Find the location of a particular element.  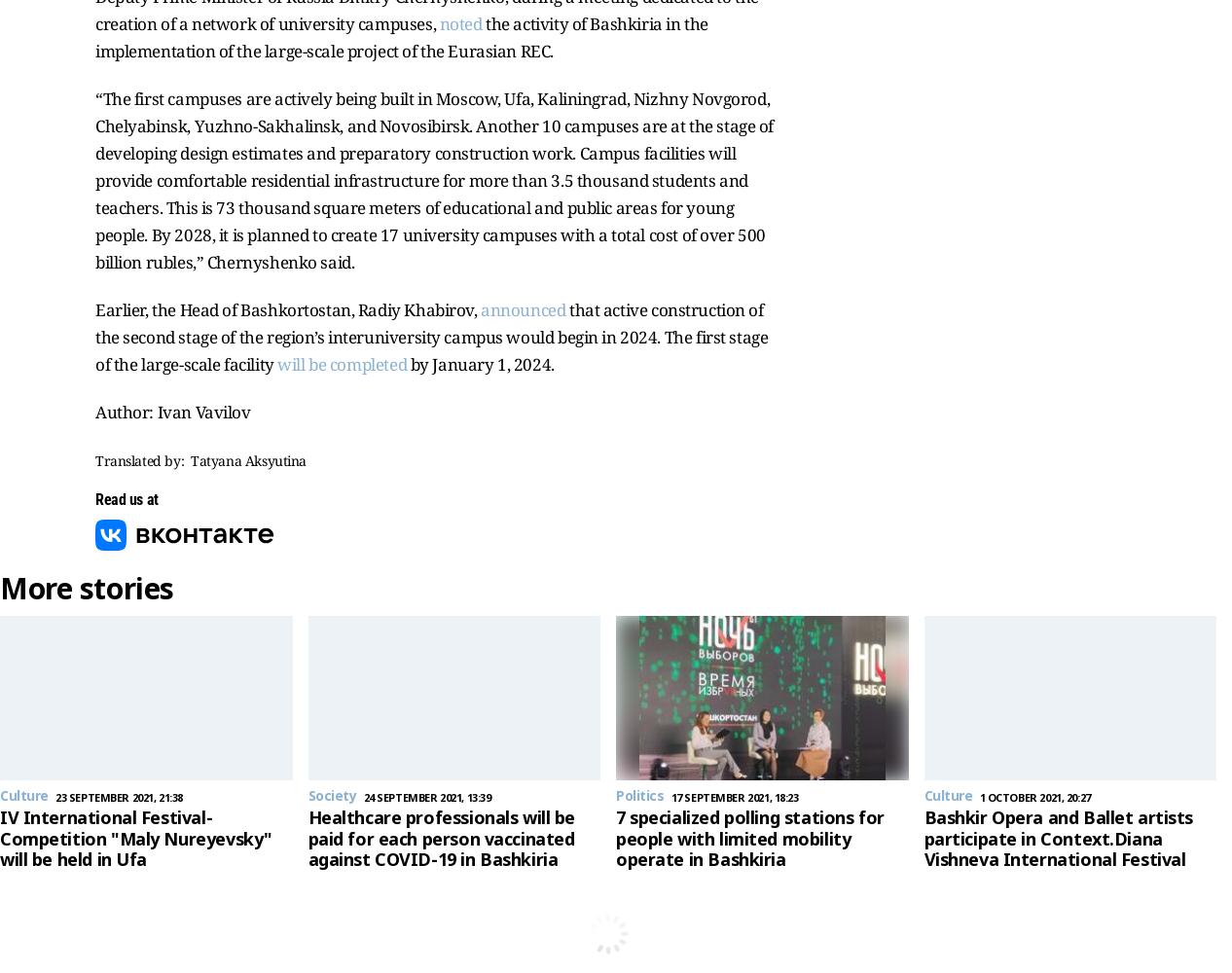

'that active construction of the second stage of the region’s interuniversity campus would begin in 2024. The first stage of the large-scale facility' is located at coordinates (430, 336).